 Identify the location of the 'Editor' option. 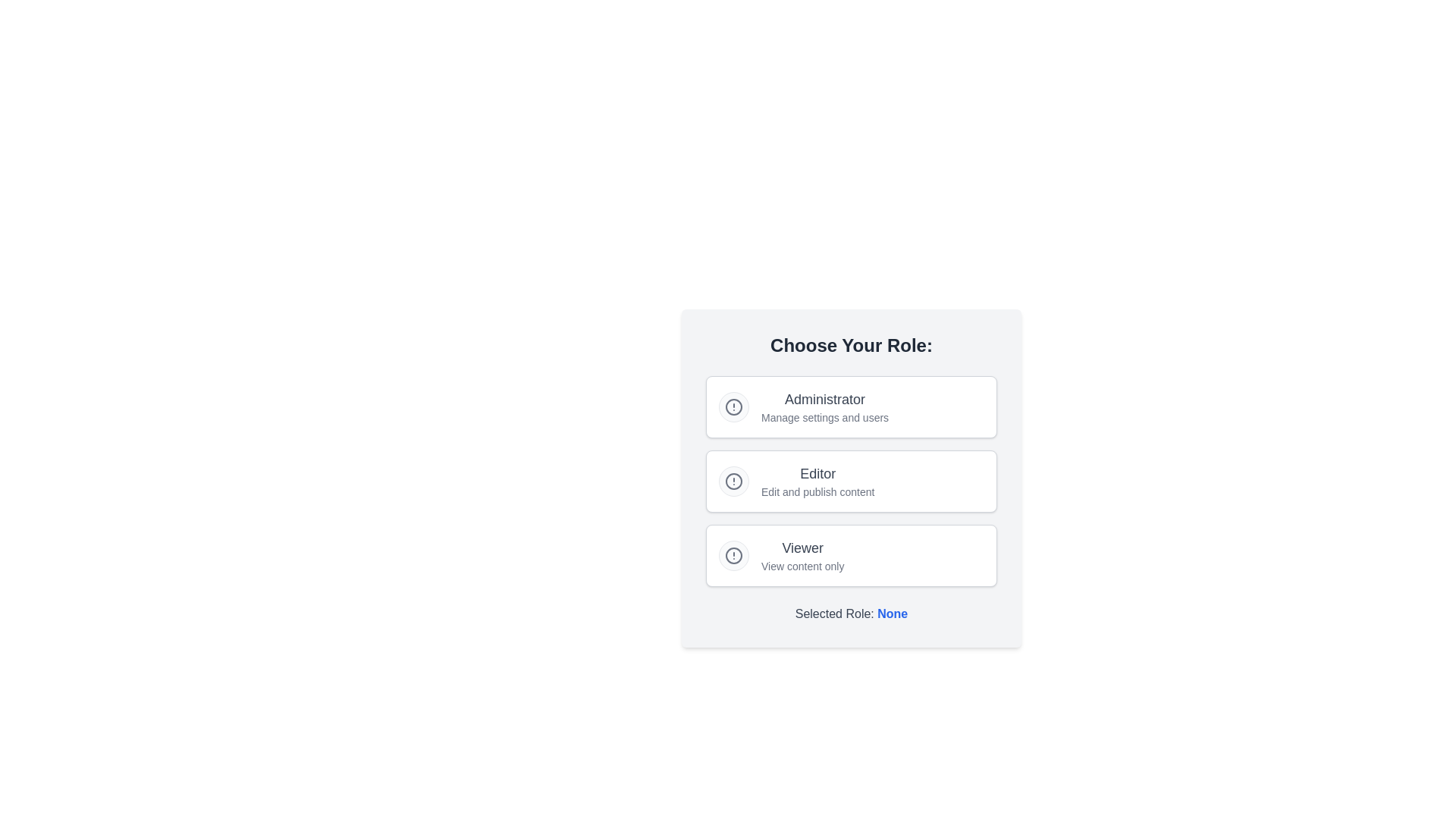
(852, 479).